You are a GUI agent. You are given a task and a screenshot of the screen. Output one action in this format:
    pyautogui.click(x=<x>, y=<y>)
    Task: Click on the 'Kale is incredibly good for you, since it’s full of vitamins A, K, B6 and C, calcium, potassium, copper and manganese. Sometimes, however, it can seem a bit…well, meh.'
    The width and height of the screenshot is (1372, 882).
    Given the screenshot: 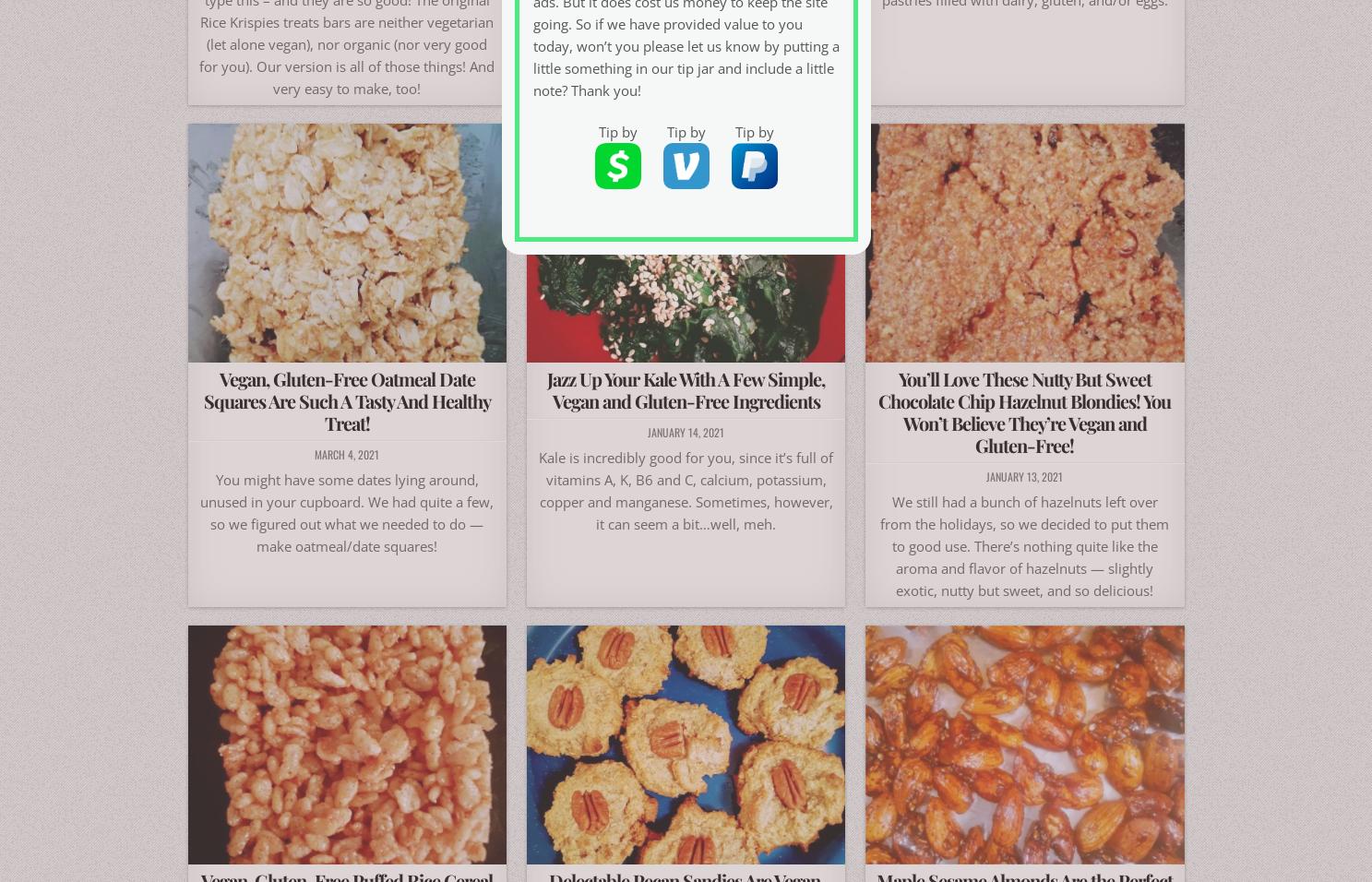 What is the action you would take?
    pyautogui.click(x=685, y=488)
    